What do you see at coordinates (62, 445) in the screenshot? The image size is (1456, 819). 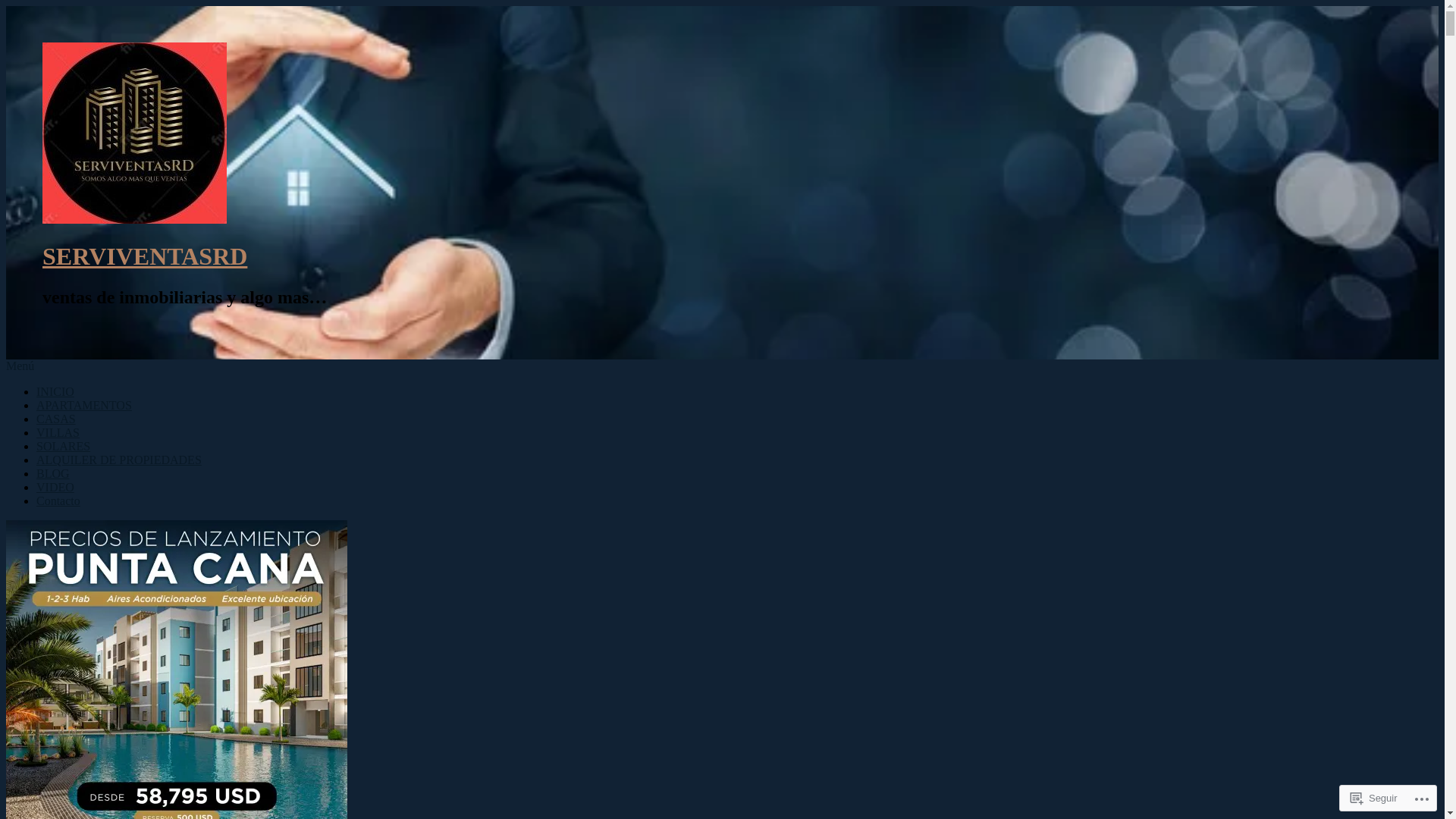 I see `'SOLARES'` at bounding box center [62, 445].